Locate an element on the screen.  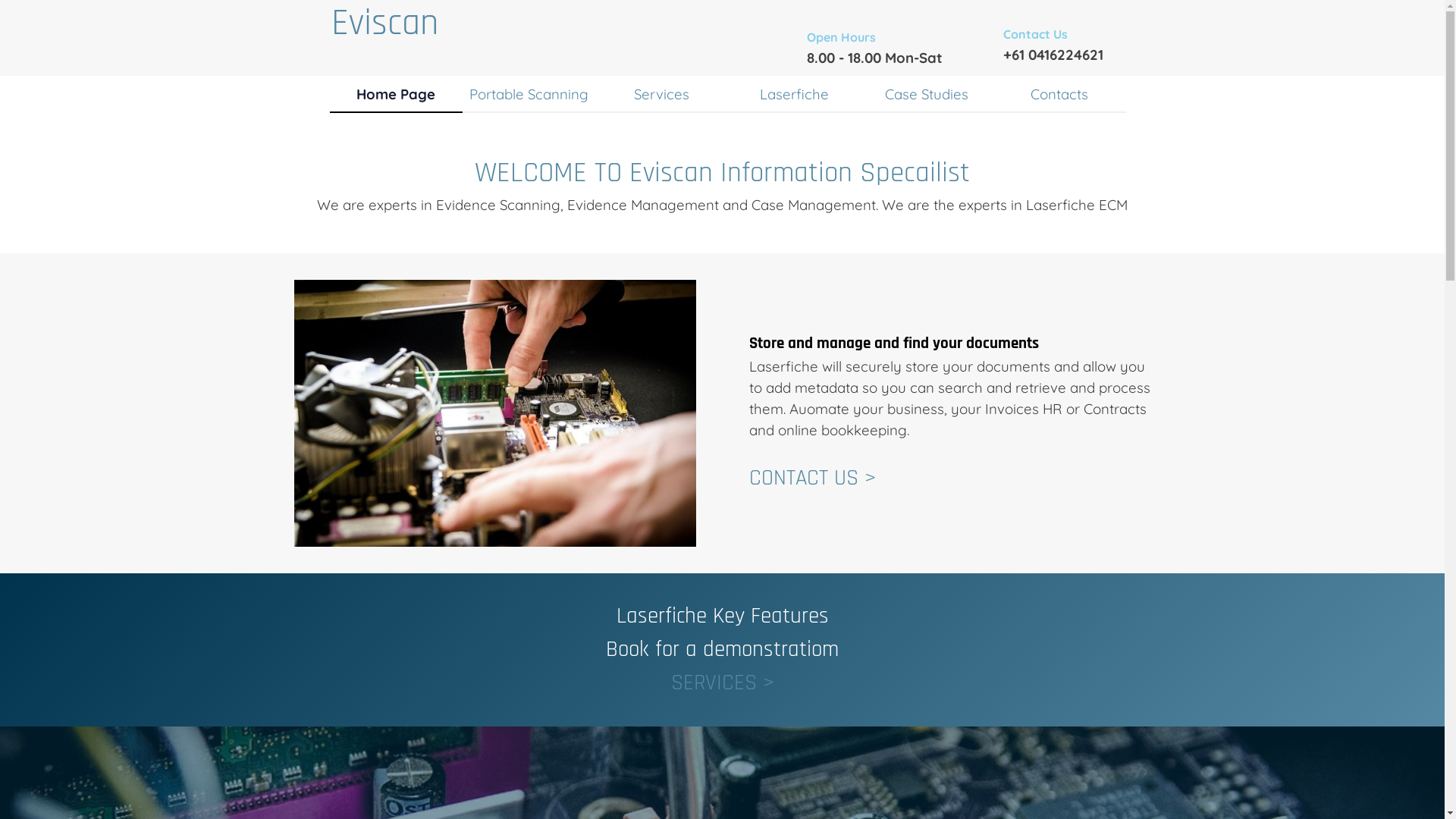
'Services' is located at coordinates (661, 93).